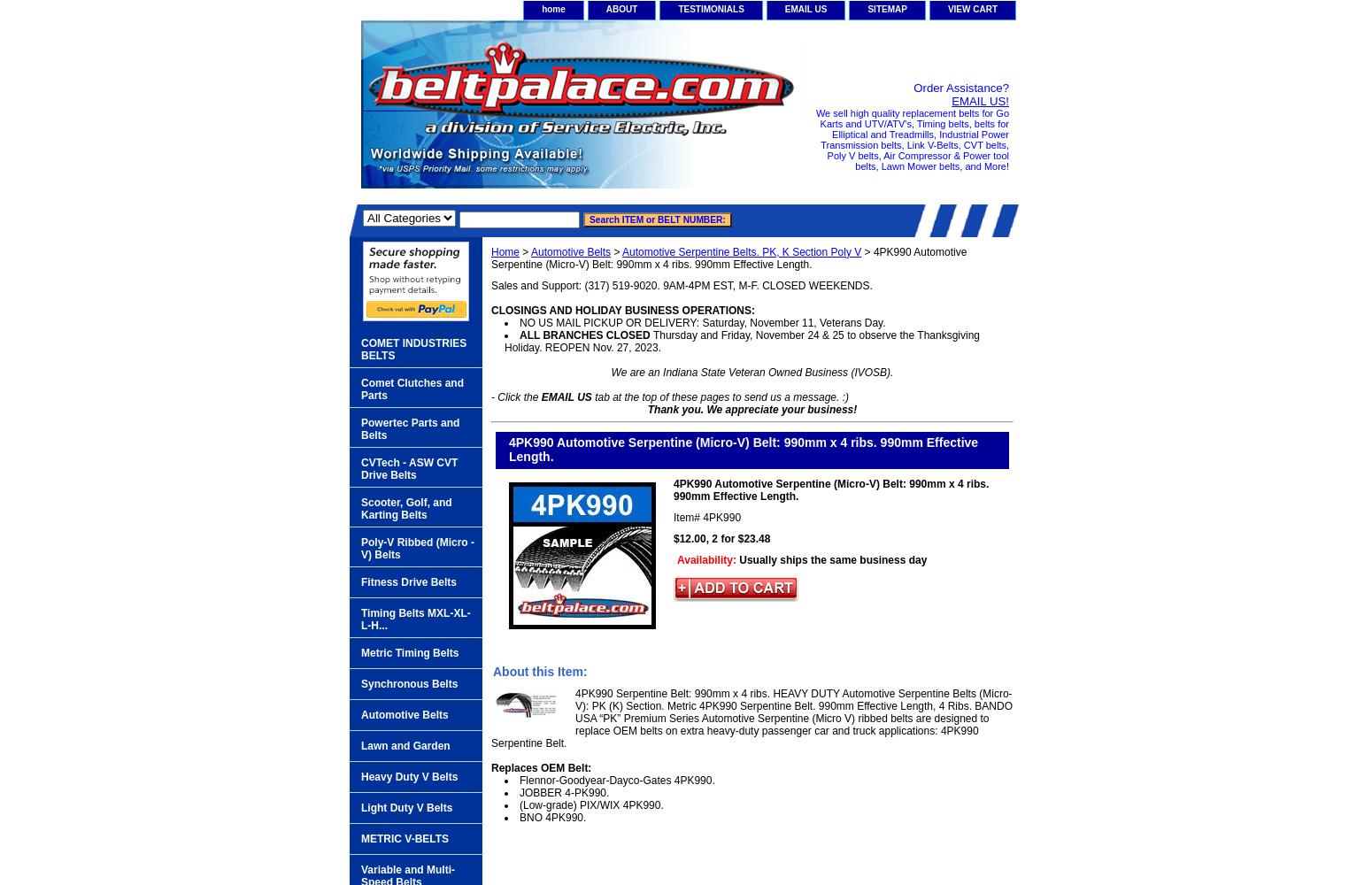  Describe the element at coordinates (583, 335) in the screenshot. I see `'ALL BRANCHES CLOSED'` at that location.